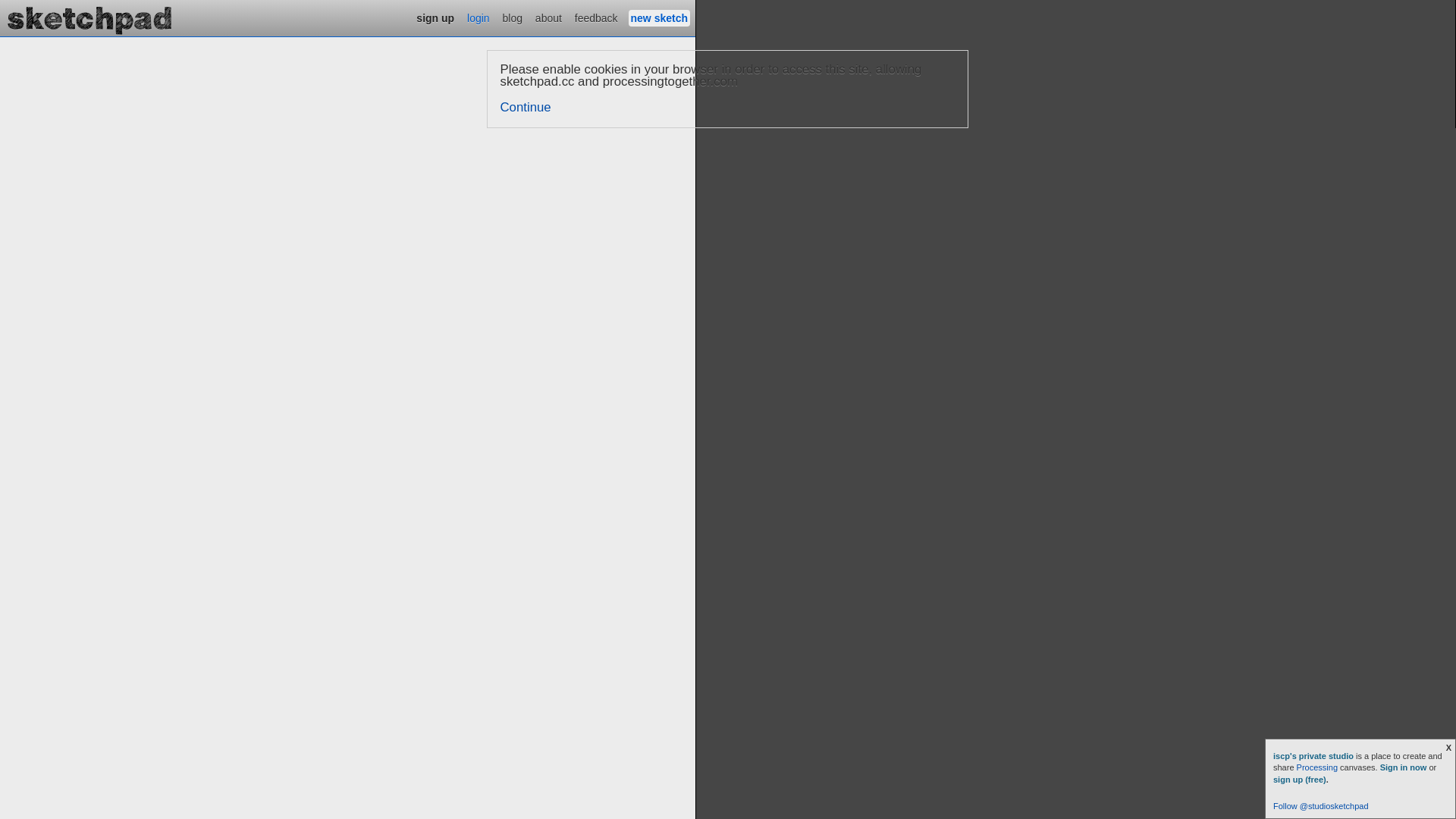  What do you see at coordinates (548, 17) in the screenshot?
I see `'about'` at bounding box center [548, 17].